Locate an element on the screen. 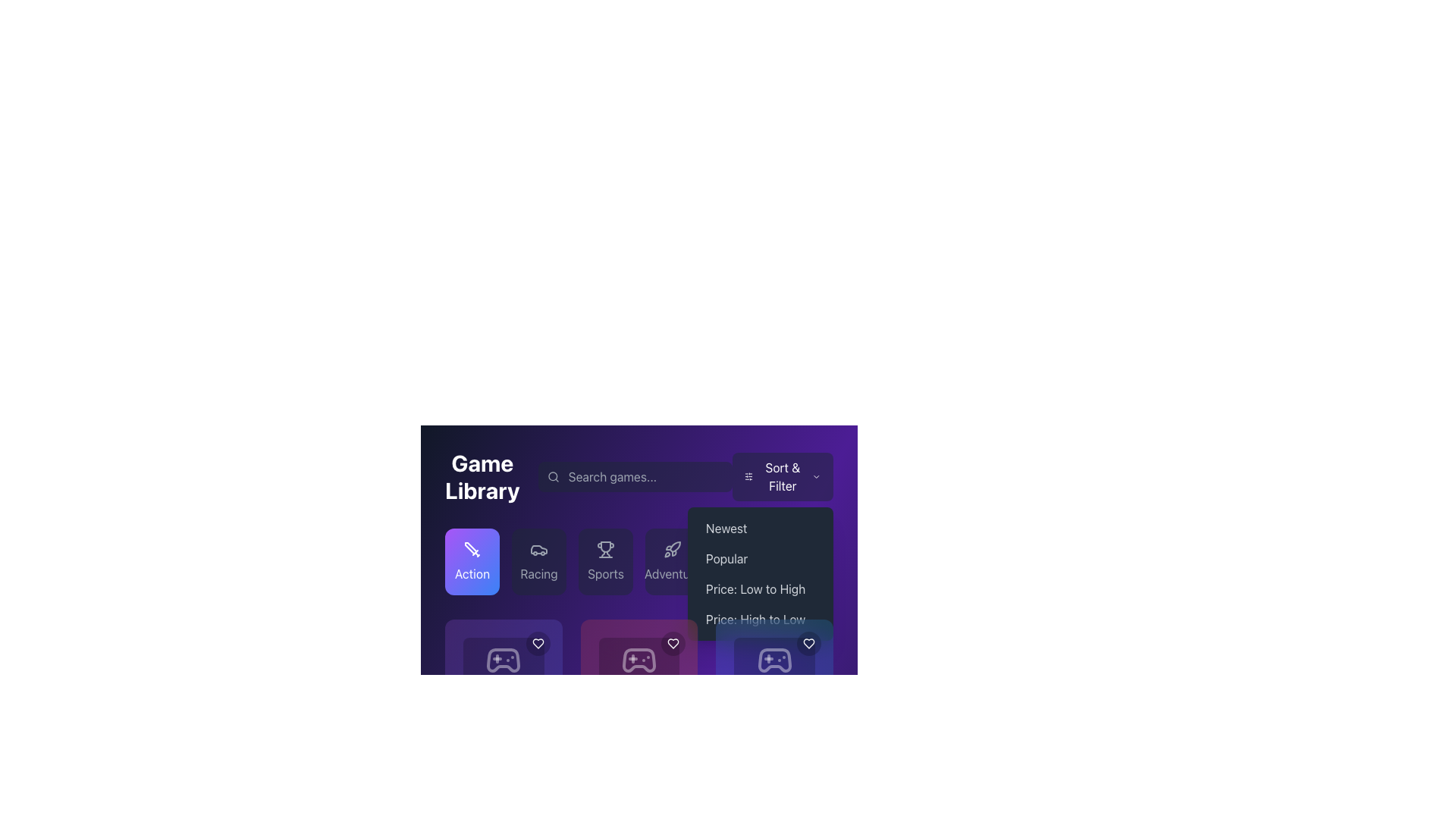 The height and width of the screenshot is (819, 1456). the static decorative image of a game controller located within the game listing card, positioned below the heart icon is located at coordinates (504, 660).